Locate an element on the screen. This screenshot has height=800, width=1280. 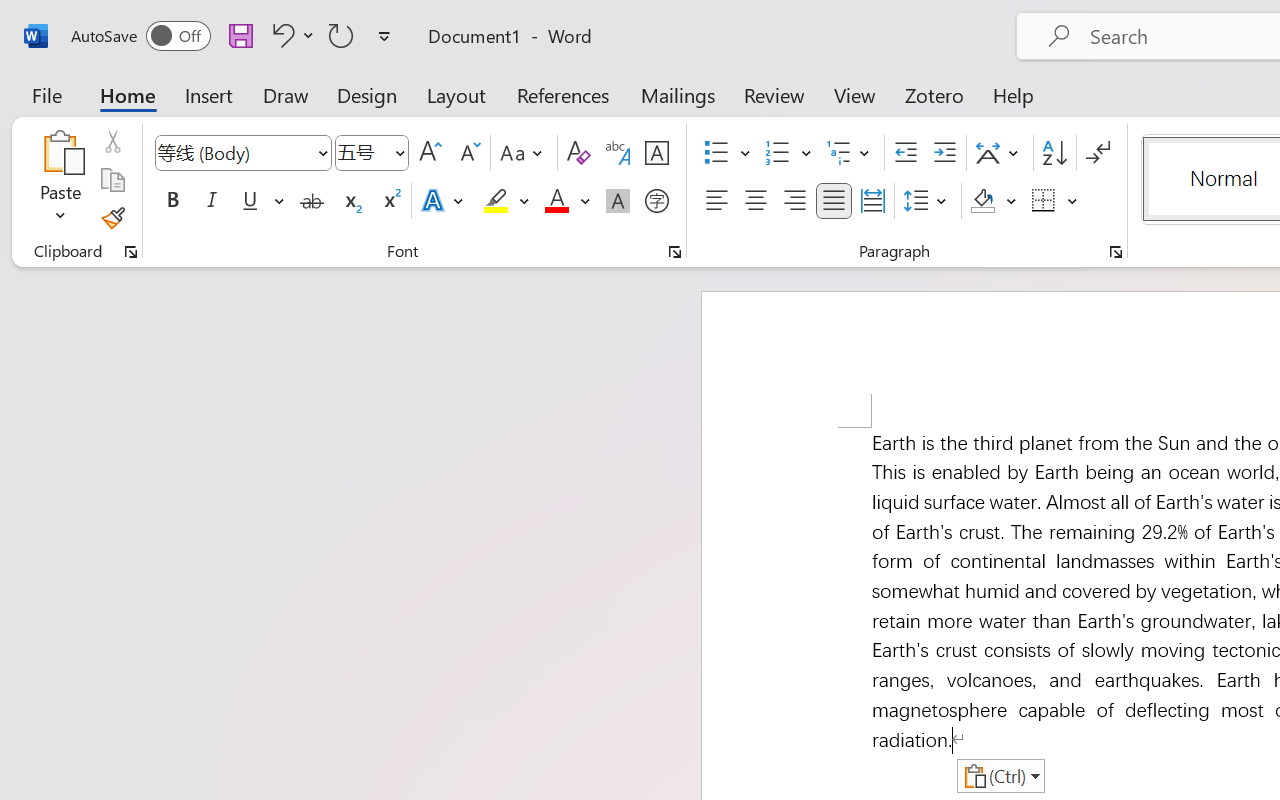
'Increase Indent' is located at coordinates (943, 153).